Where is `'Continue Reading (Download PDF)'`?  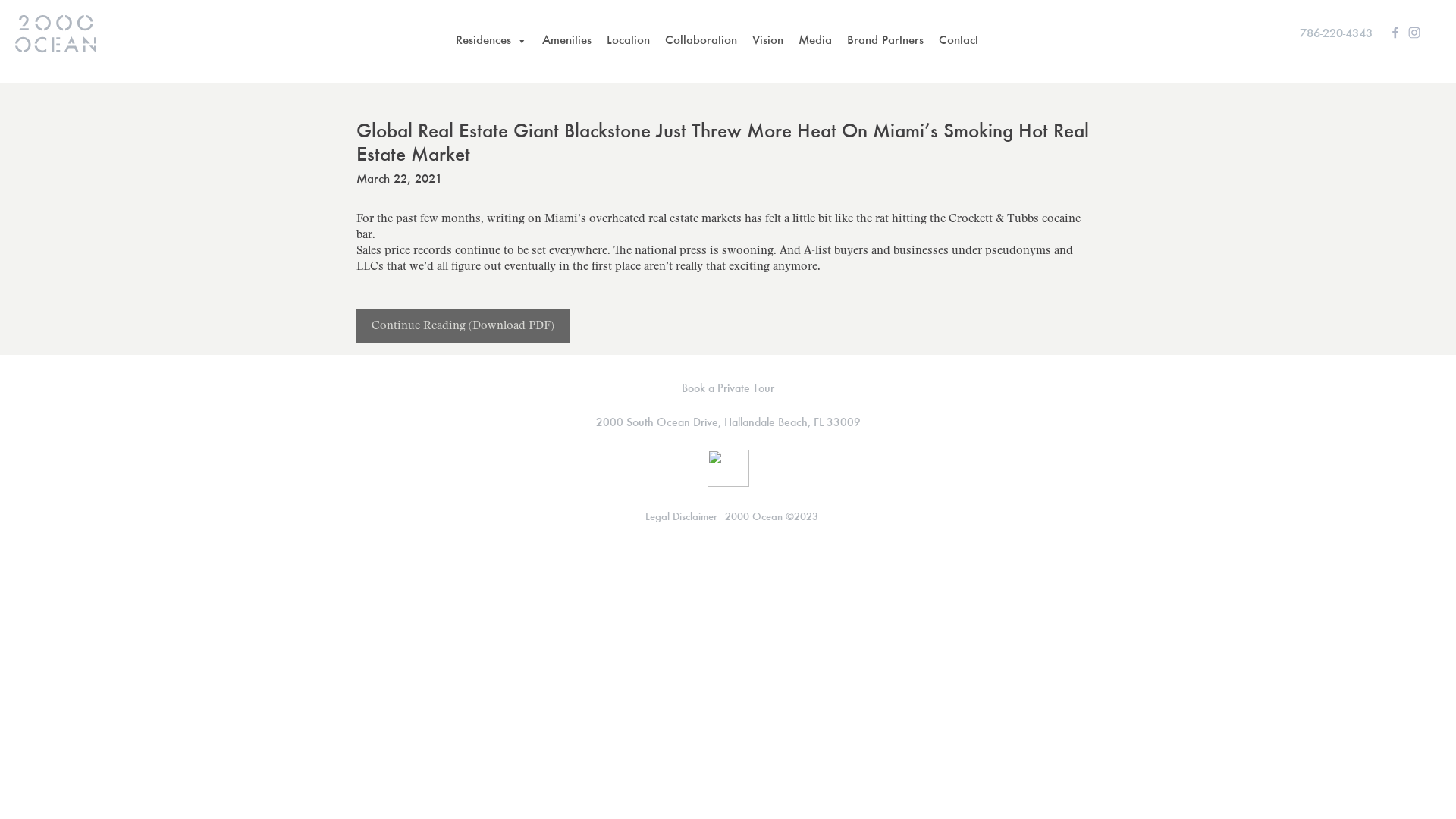 'Continue Reading (Download PDF)' is located at coordinates (462, 325).